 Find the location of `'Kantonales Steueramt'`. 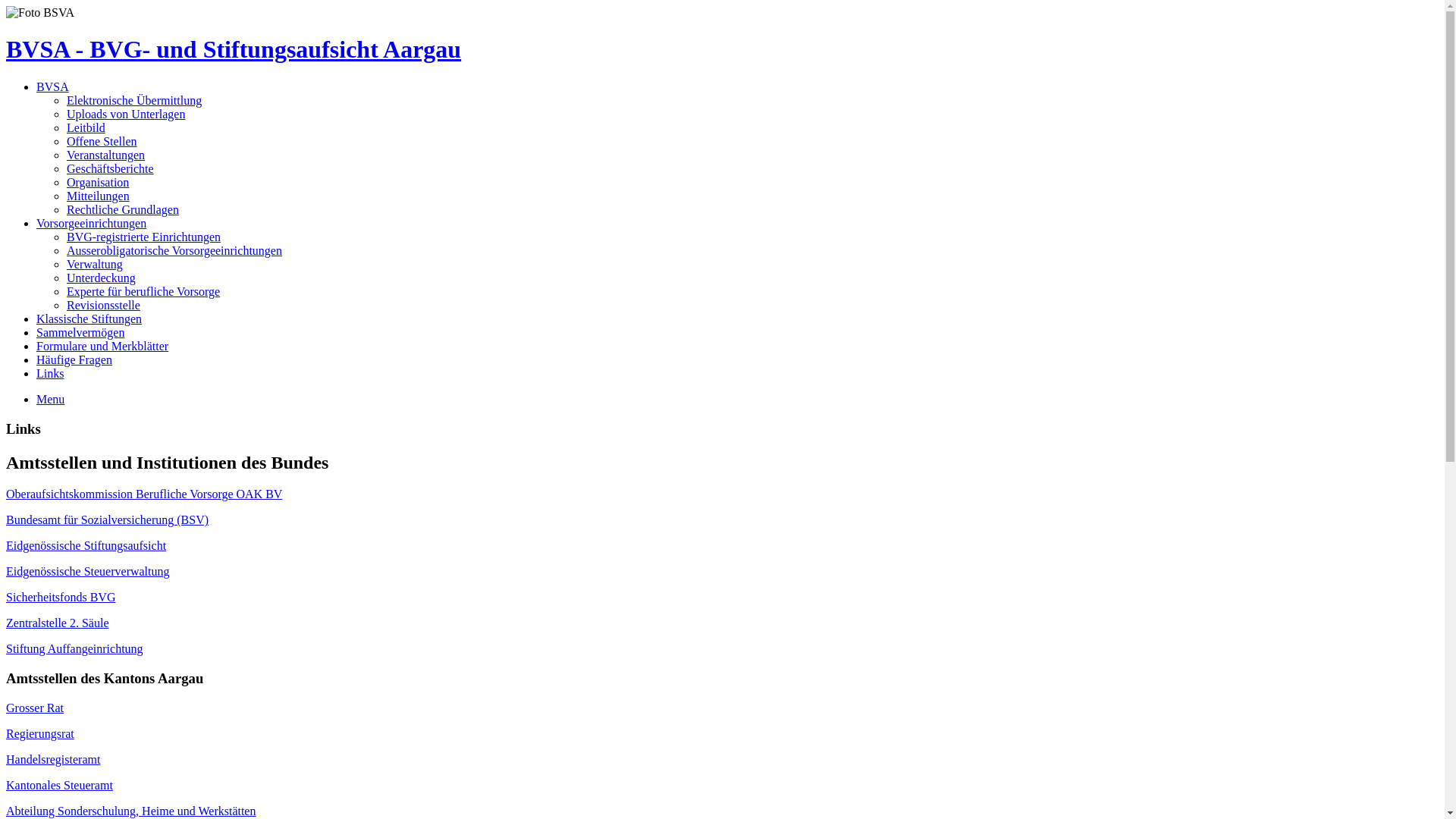

'Kantonales Steueramt' is located at coordinates (59, 785).